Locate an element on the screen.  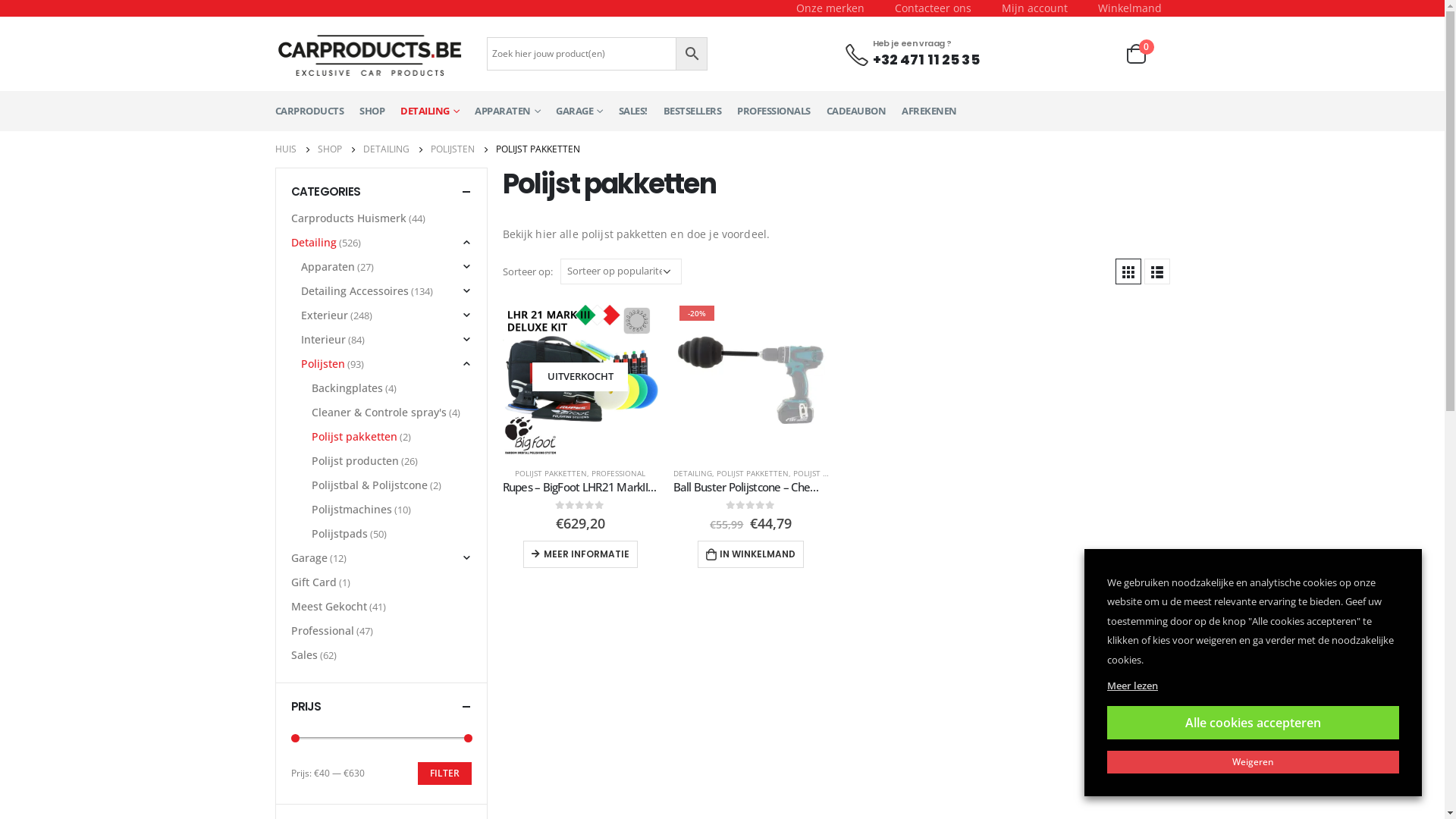
'APPARATEN' is located at coordinates (507, 110).